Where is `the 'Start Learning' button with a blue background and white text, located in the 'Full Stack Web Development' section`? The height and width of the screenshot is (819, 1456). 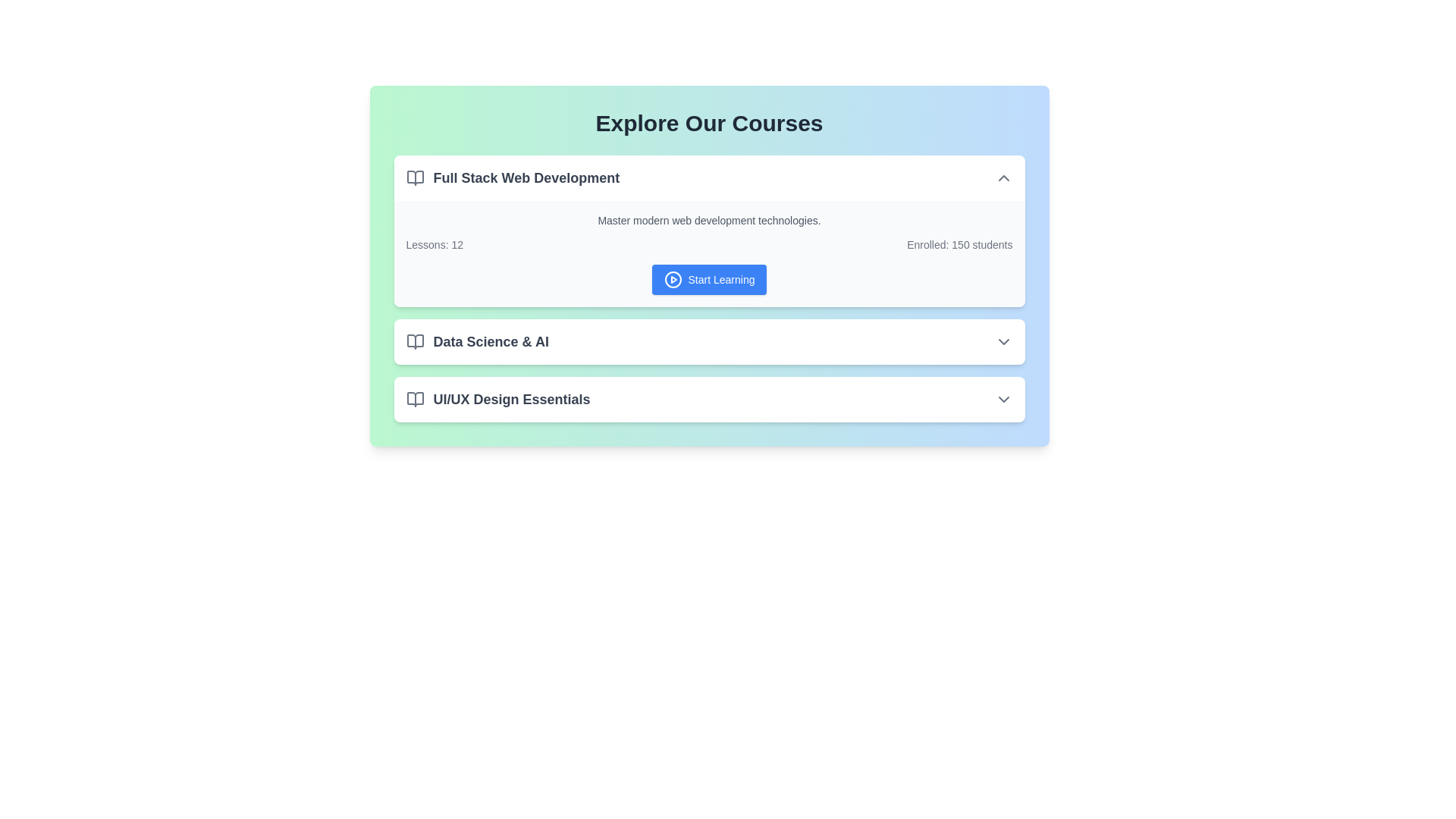
the 'Start Learning' button with a blue background and white text, located in the 'Full Stack Web Development' section is located at coordinates (708, 280).